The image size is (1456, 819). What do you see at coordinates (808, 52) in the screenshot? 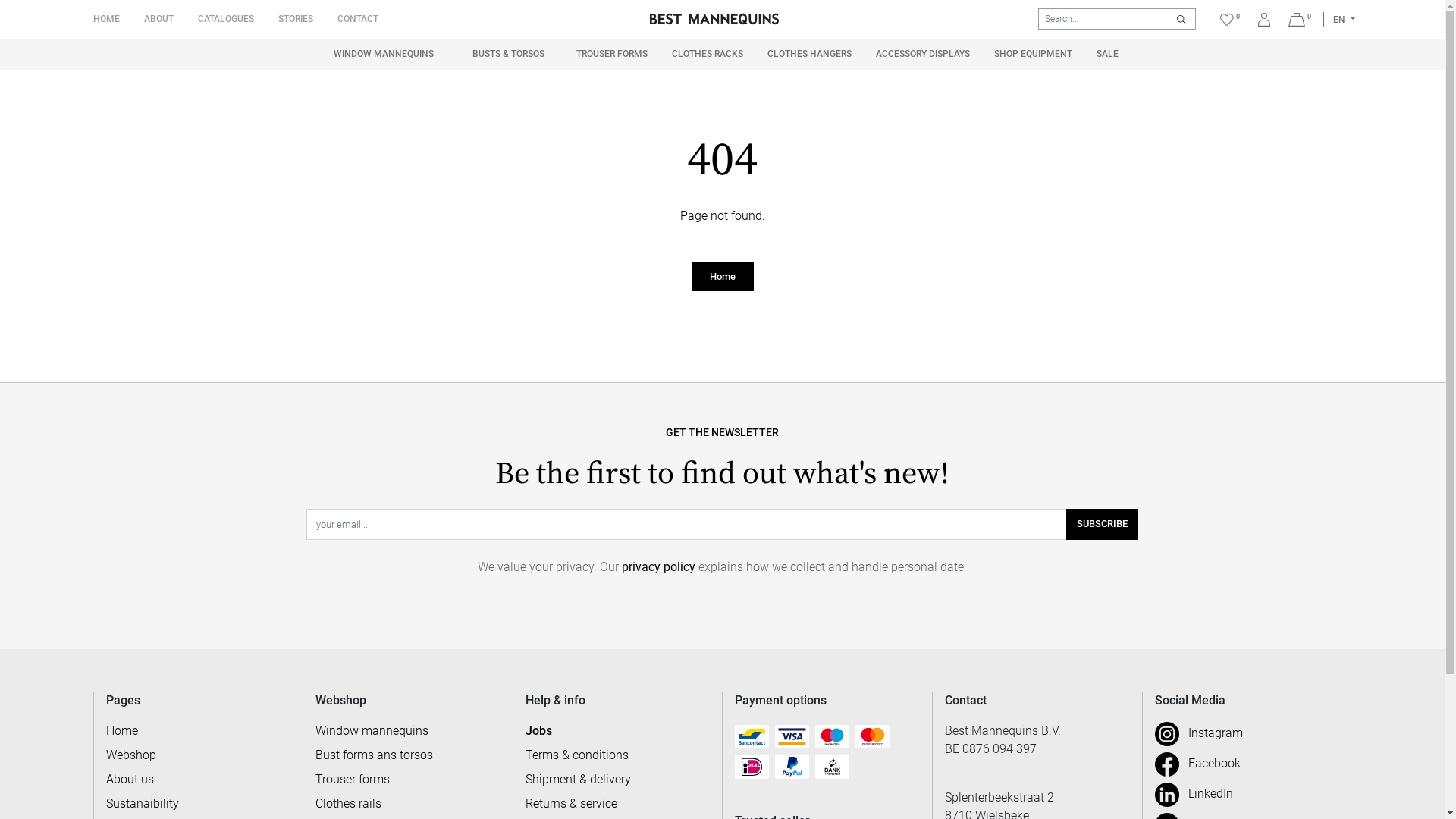
I see `'CLOTHES HANGERS'` at bounding box center [808, 52].